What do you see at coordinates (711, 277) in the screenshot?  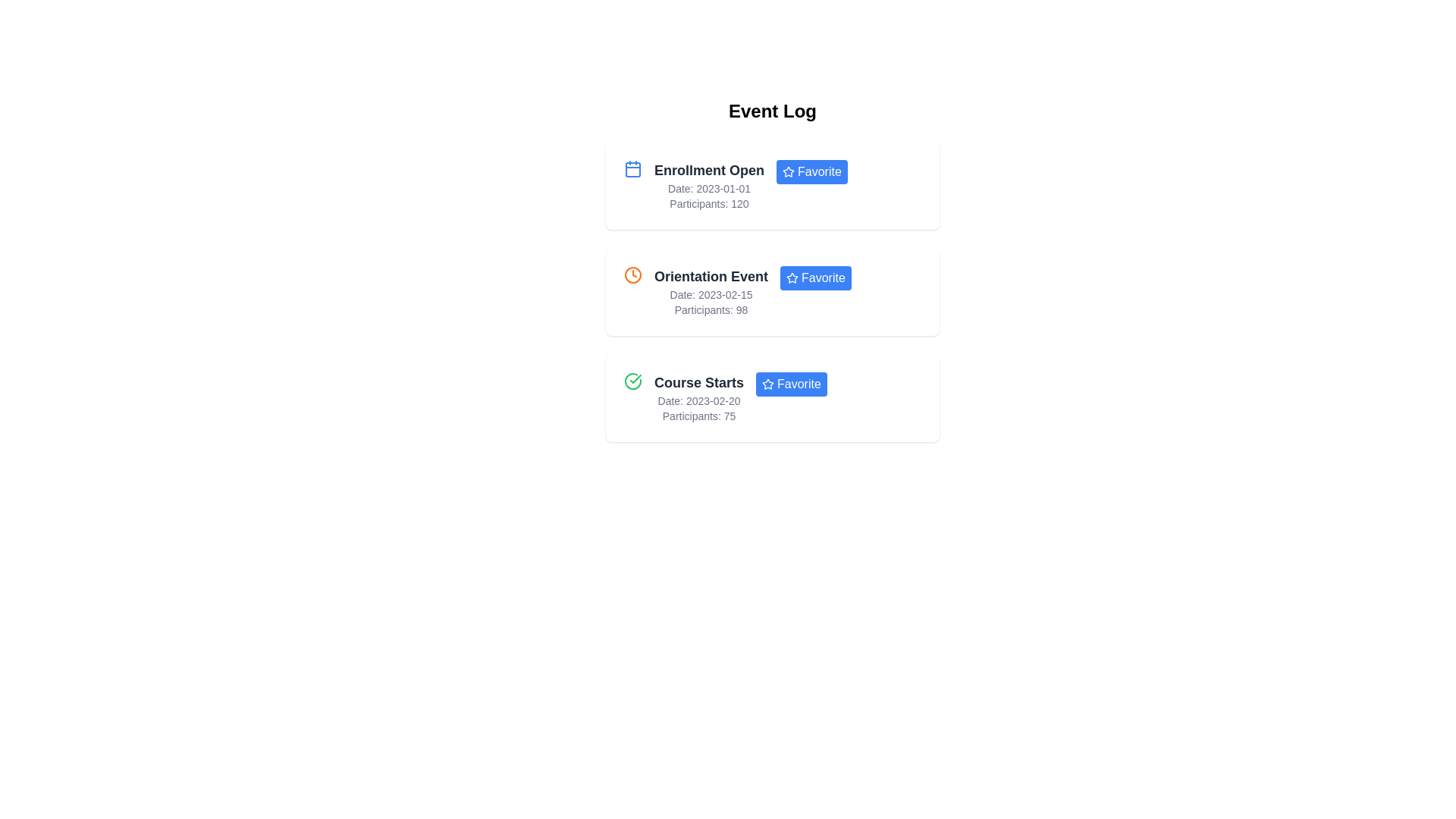 I see `the text label that serves as a headline for the associated event information, which is located in the second event card of a vertical list of three cards` at bounding box center [711, 277].